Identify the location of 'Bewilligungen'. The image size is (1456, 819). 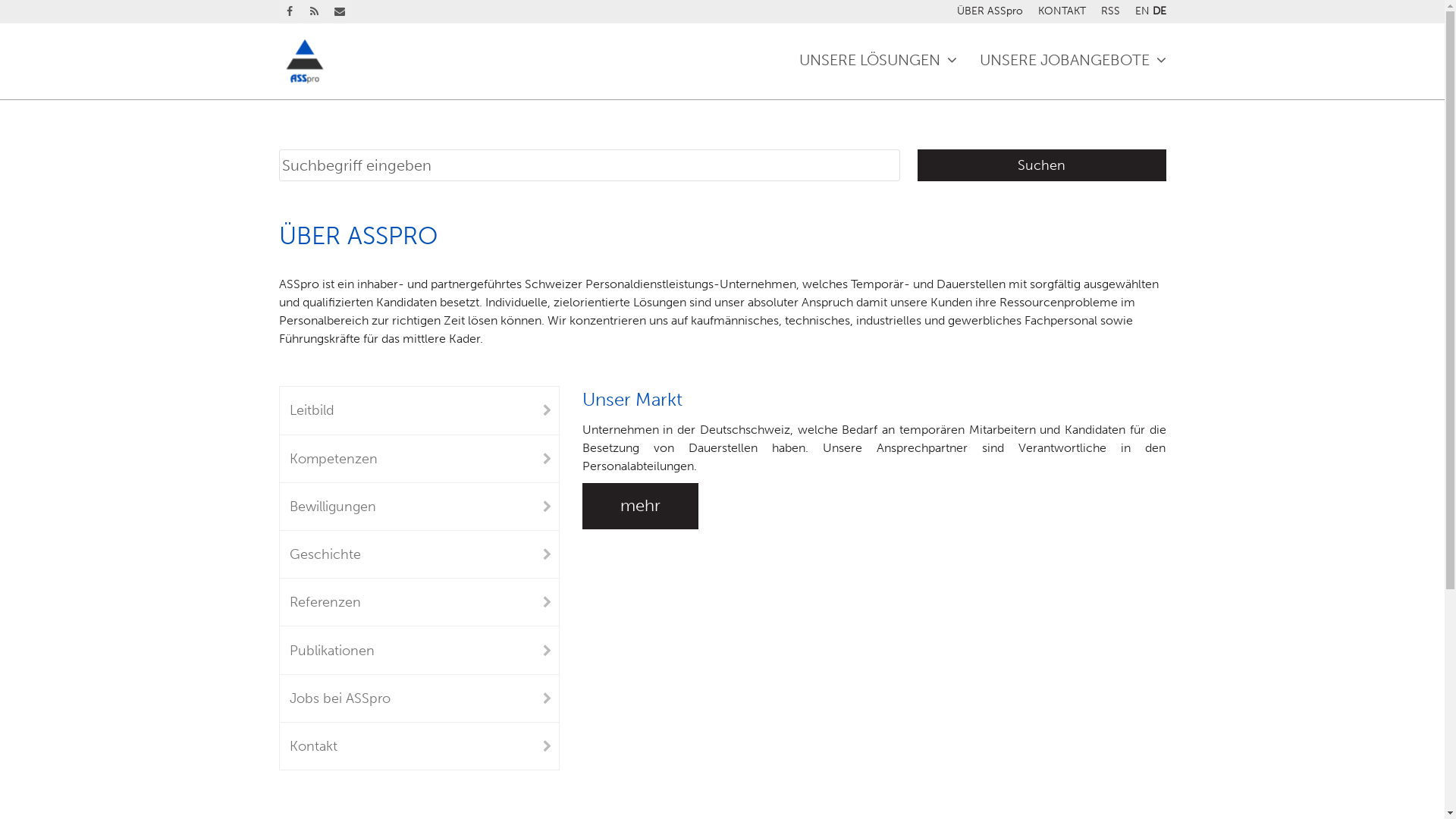
(419, 506).